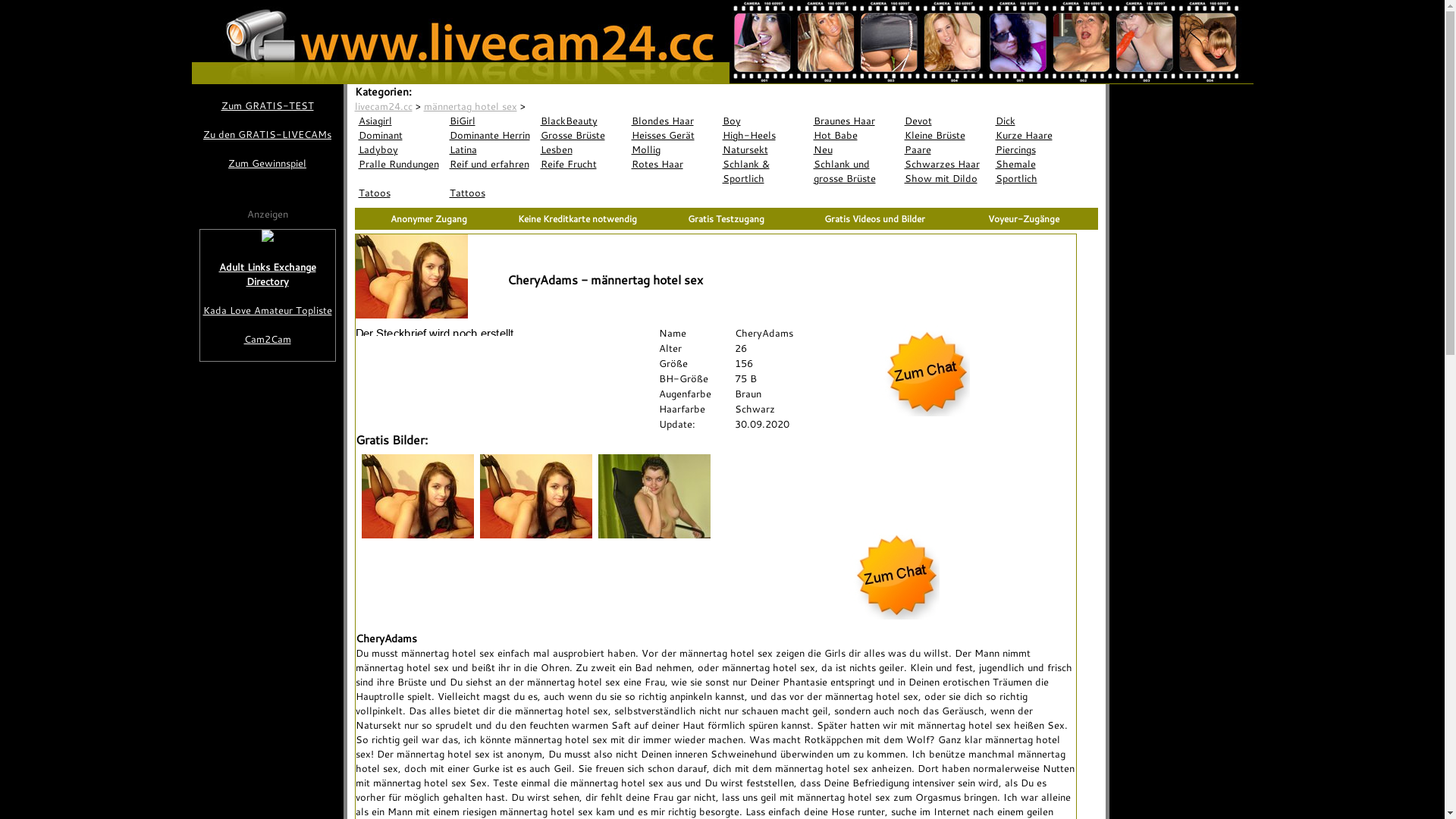 The height and width of the screenshot is (819, 1456). Describe the element at coordinates (353, 192) in the screenshot. I see `'Tatoos'` at that location.